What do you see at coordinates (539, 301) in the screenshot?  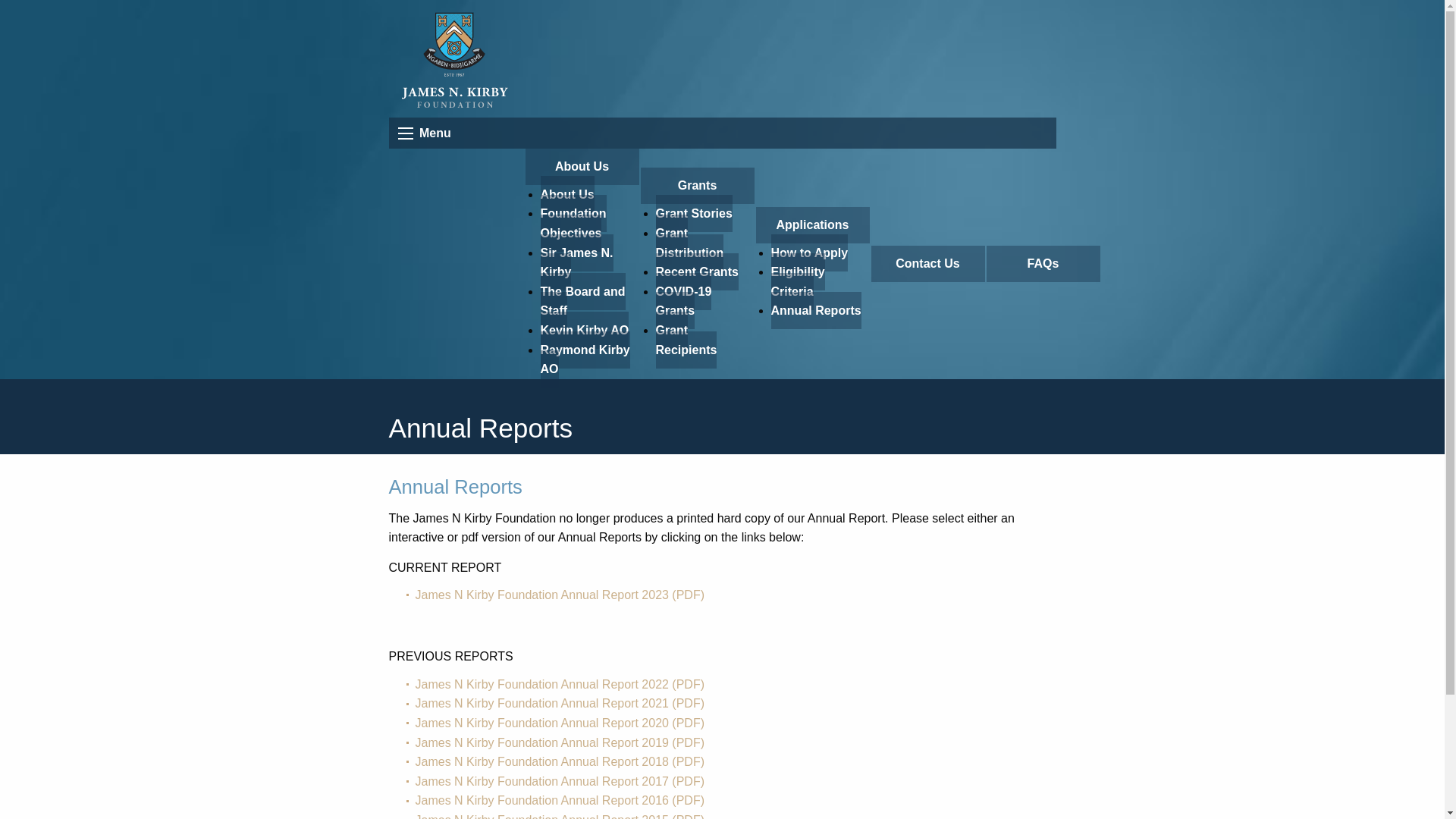 I see `'The Board and Staff'` at bounding box center [539, 301].